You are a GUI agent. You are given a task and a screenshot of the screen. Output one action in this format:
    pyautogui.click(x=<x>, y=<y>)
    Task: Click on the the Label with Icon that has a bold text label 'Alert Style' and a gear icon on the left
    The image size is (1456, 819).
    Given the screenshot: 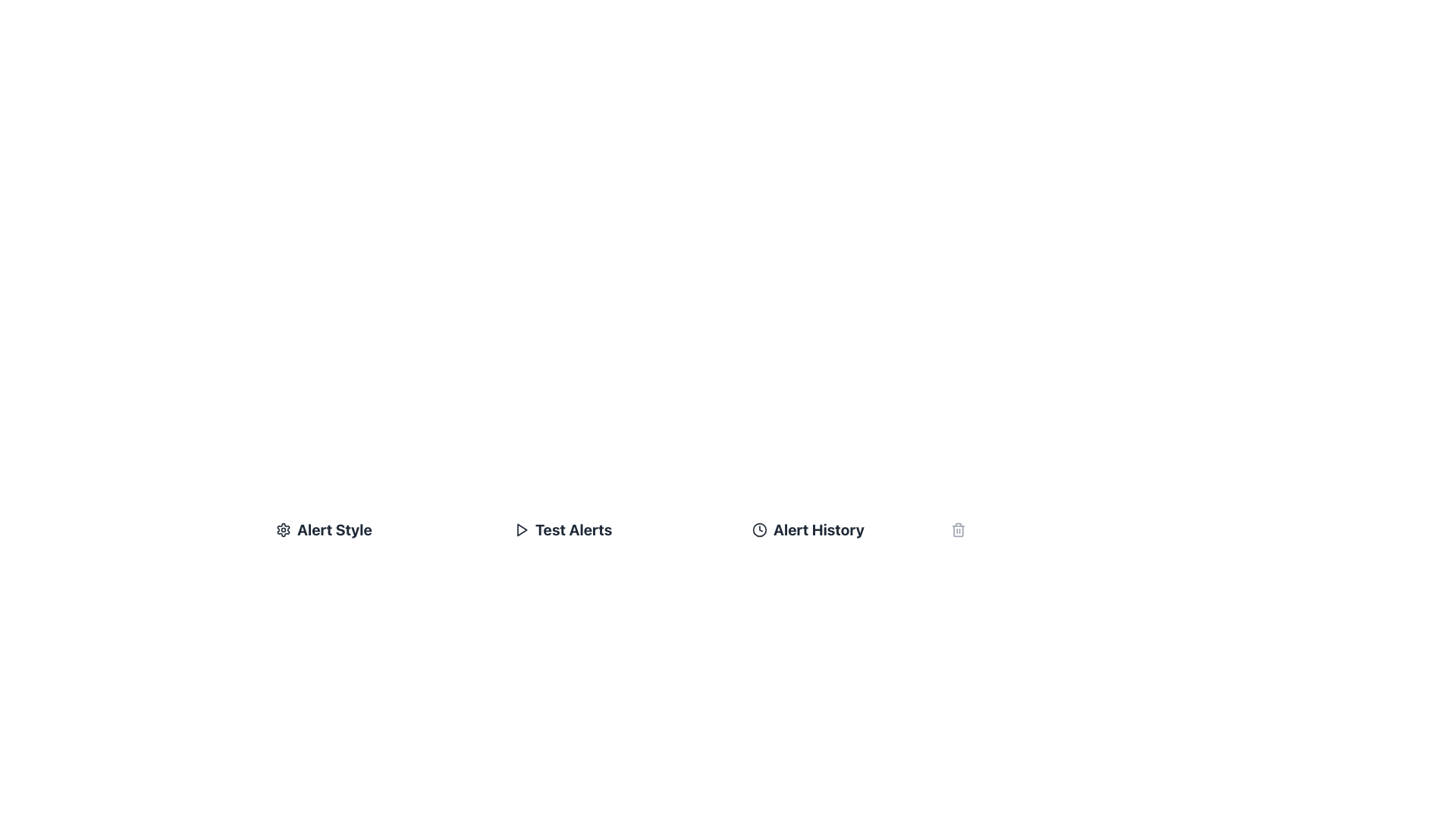 What is the action you would take?
    pyautogui.click(x=382, y=529)
    